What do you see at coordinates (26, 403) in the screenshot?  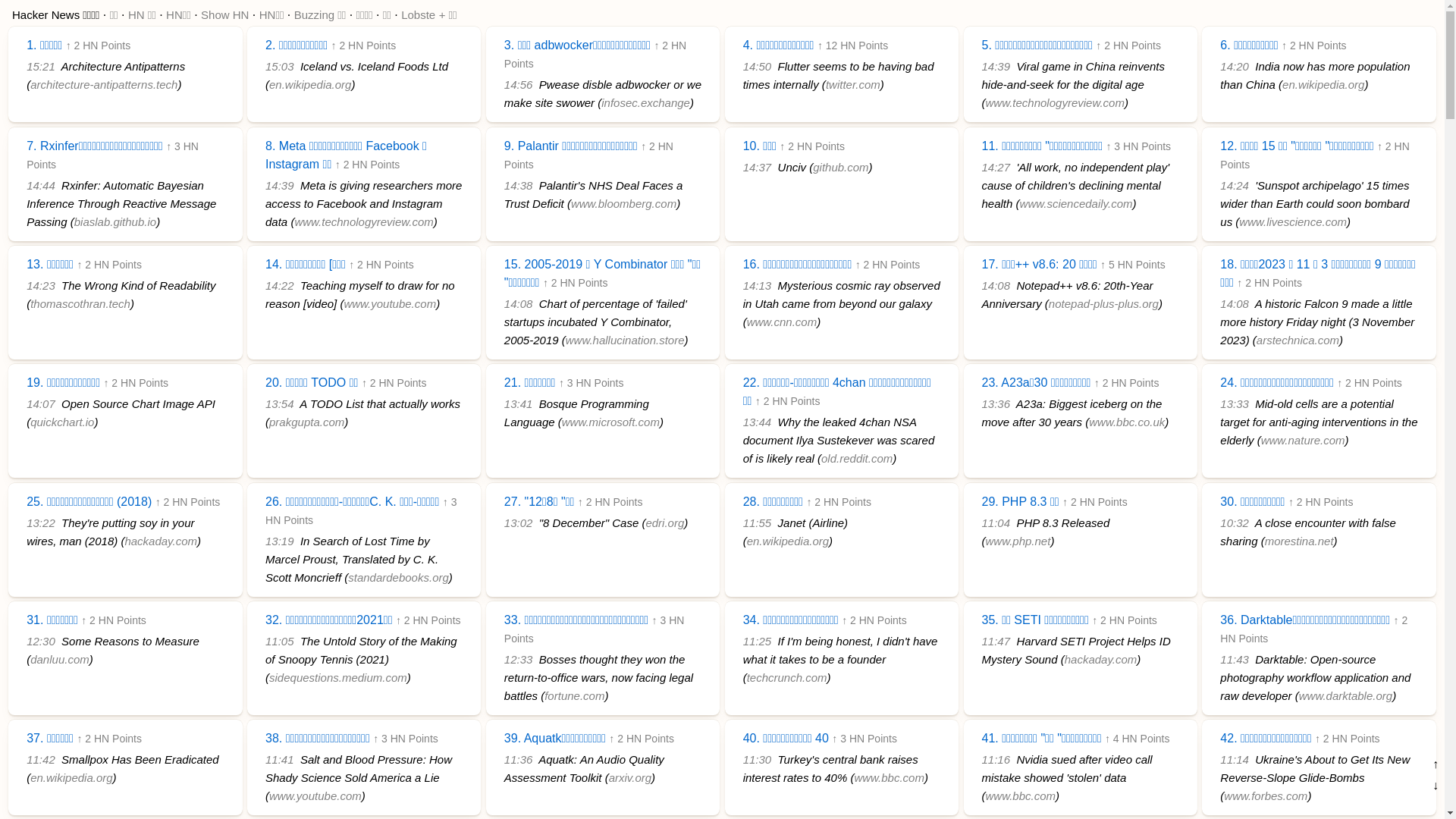 I see `'14:07'` at bounding box center [26, 403].